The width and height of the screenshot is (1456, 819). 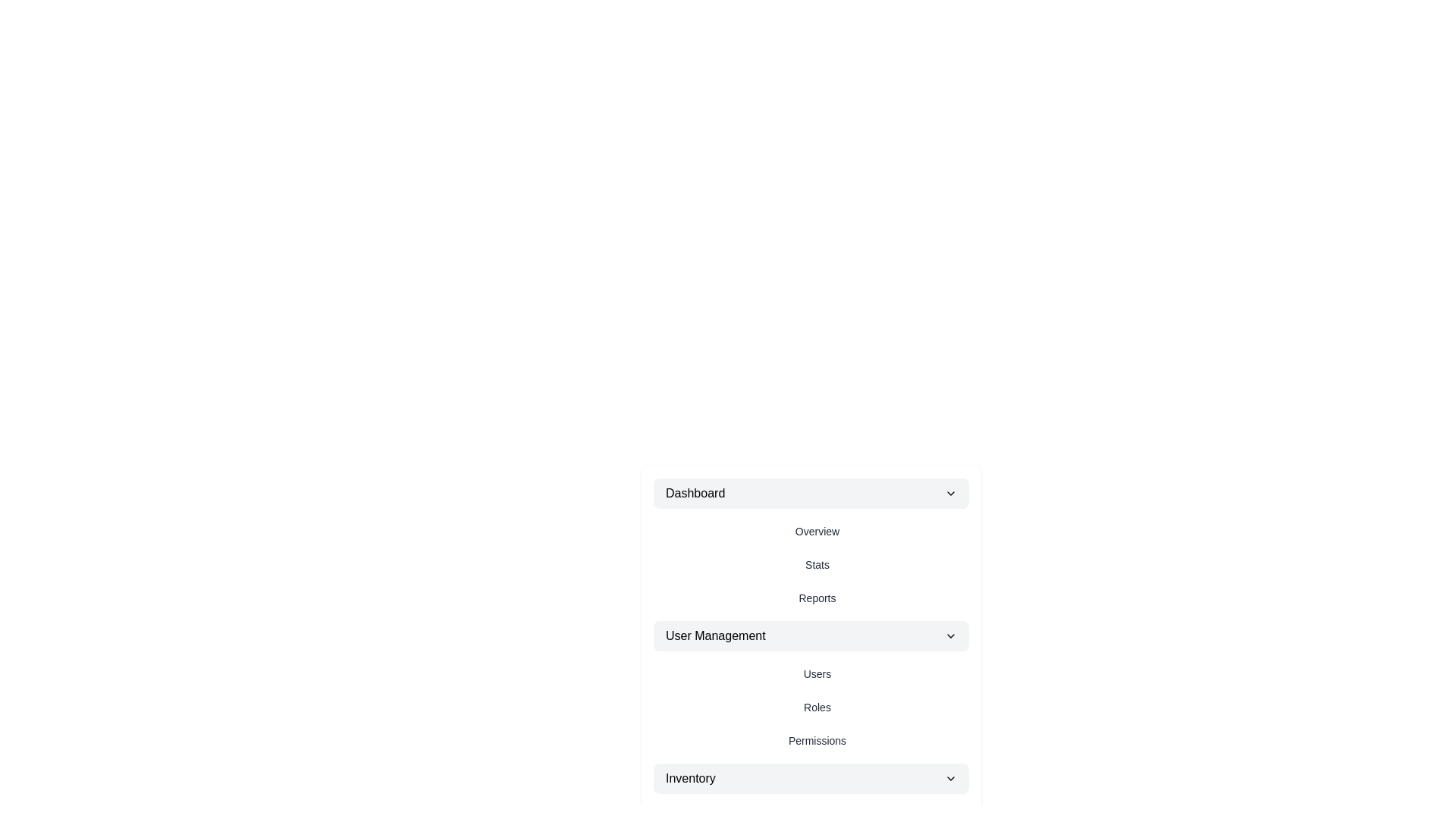 What do you see at coordinates (817, 531) in the screenshot?
I see `the menu item Overview from the StyledMenu` at bounding box center [817, 531].